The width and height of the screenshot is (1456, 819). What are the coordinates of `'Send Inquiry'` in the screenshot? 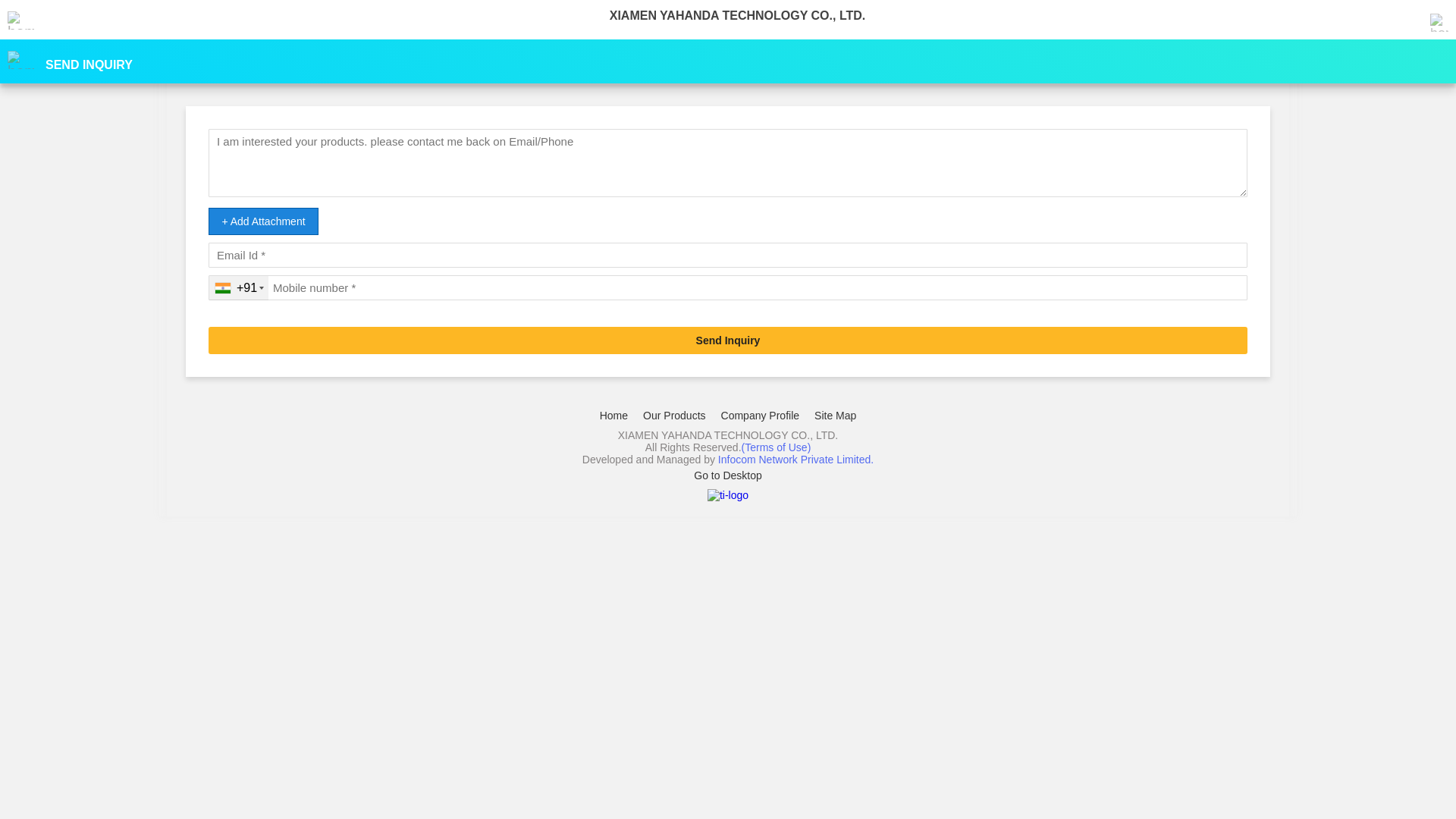 It's located at (728, 339).